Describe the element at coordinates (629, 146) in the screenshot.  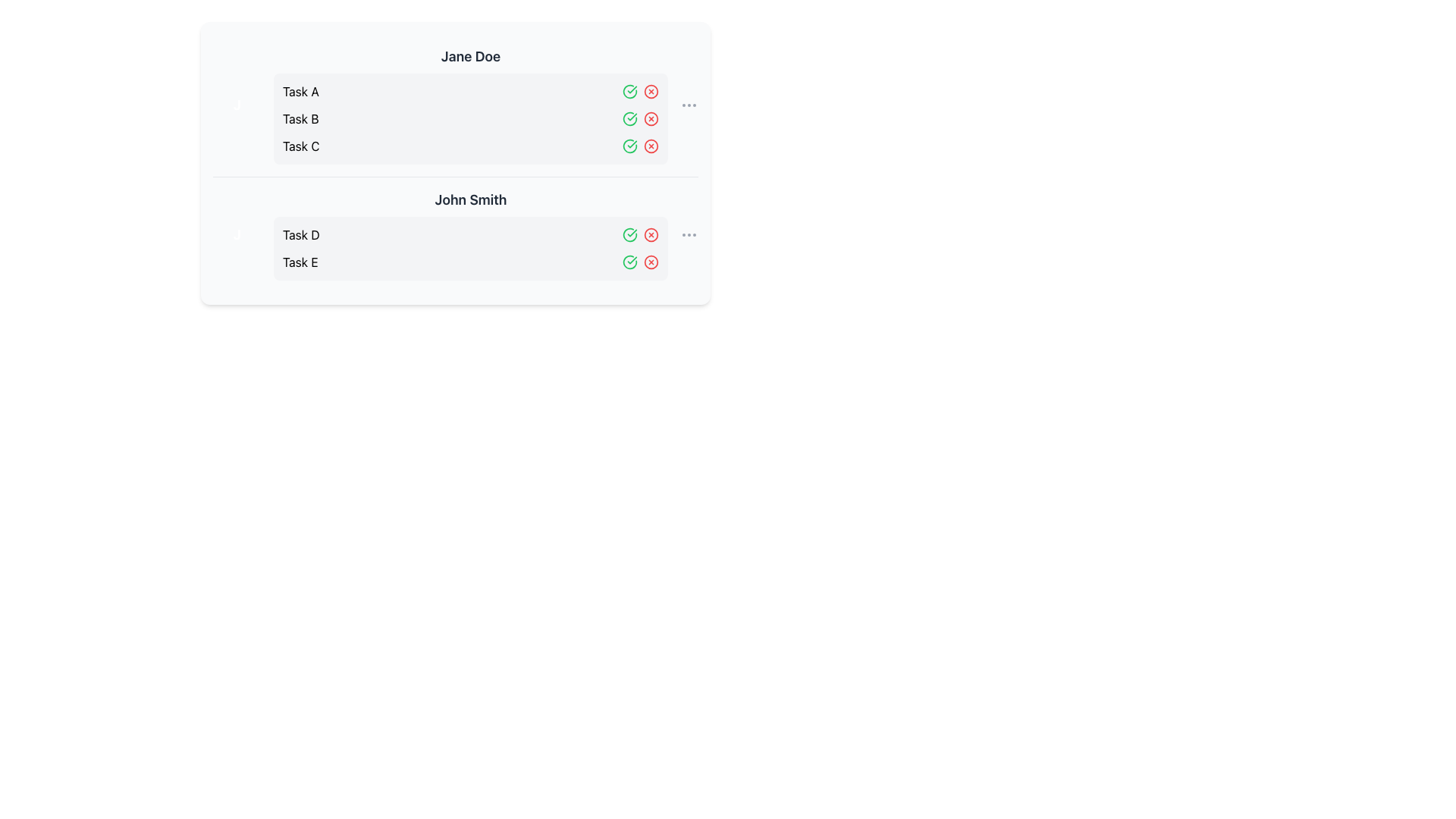
I see `the decorative 'check' circle icon within the SVG group, located to the right of 'Task C' under 'Jane Doe'` at that location.